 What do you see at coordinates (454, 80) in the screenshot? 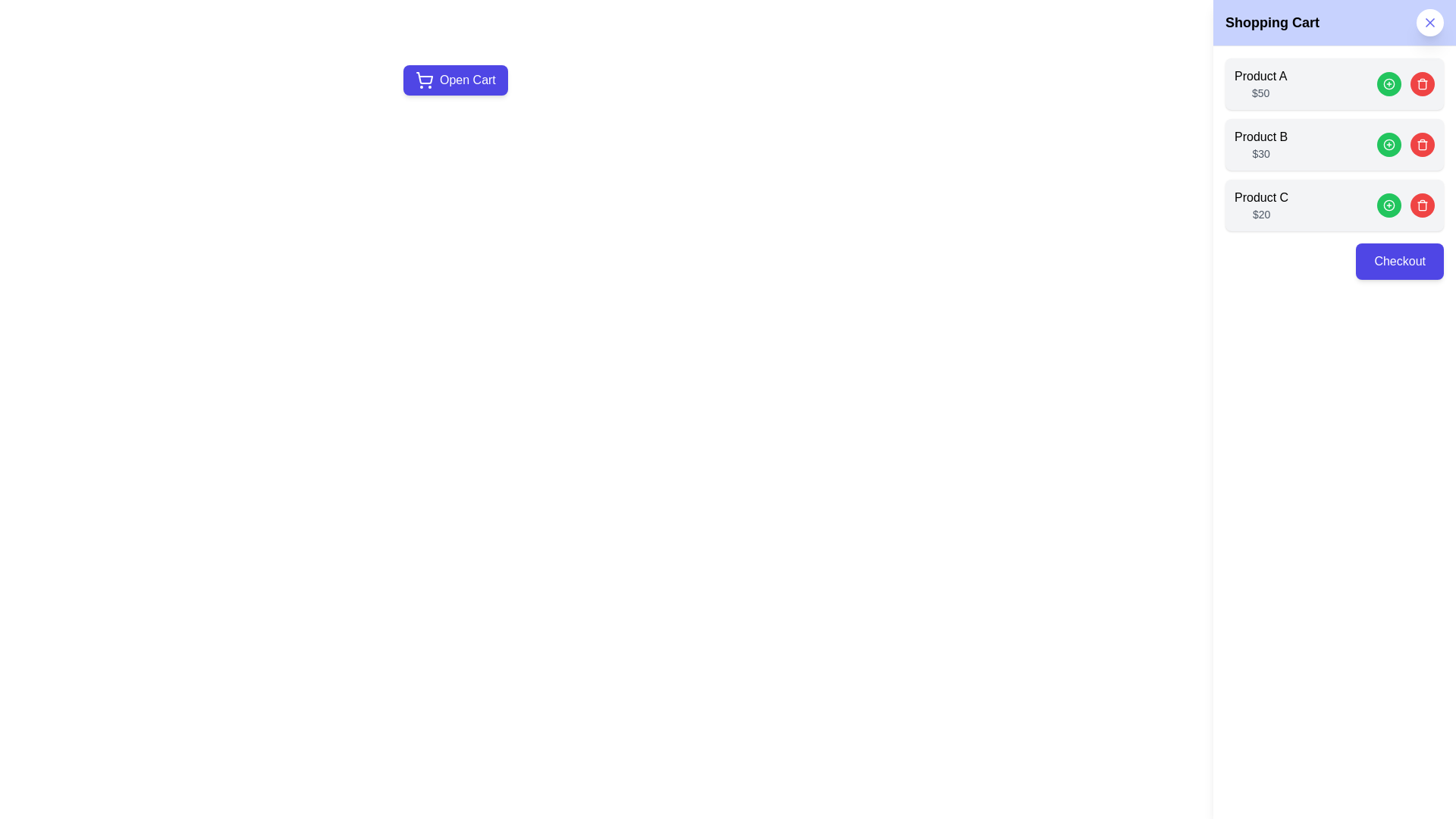
I see `the 'Open Cart' button to toggle the shopping cart drawer visibility` at bounding box center [454, 80].